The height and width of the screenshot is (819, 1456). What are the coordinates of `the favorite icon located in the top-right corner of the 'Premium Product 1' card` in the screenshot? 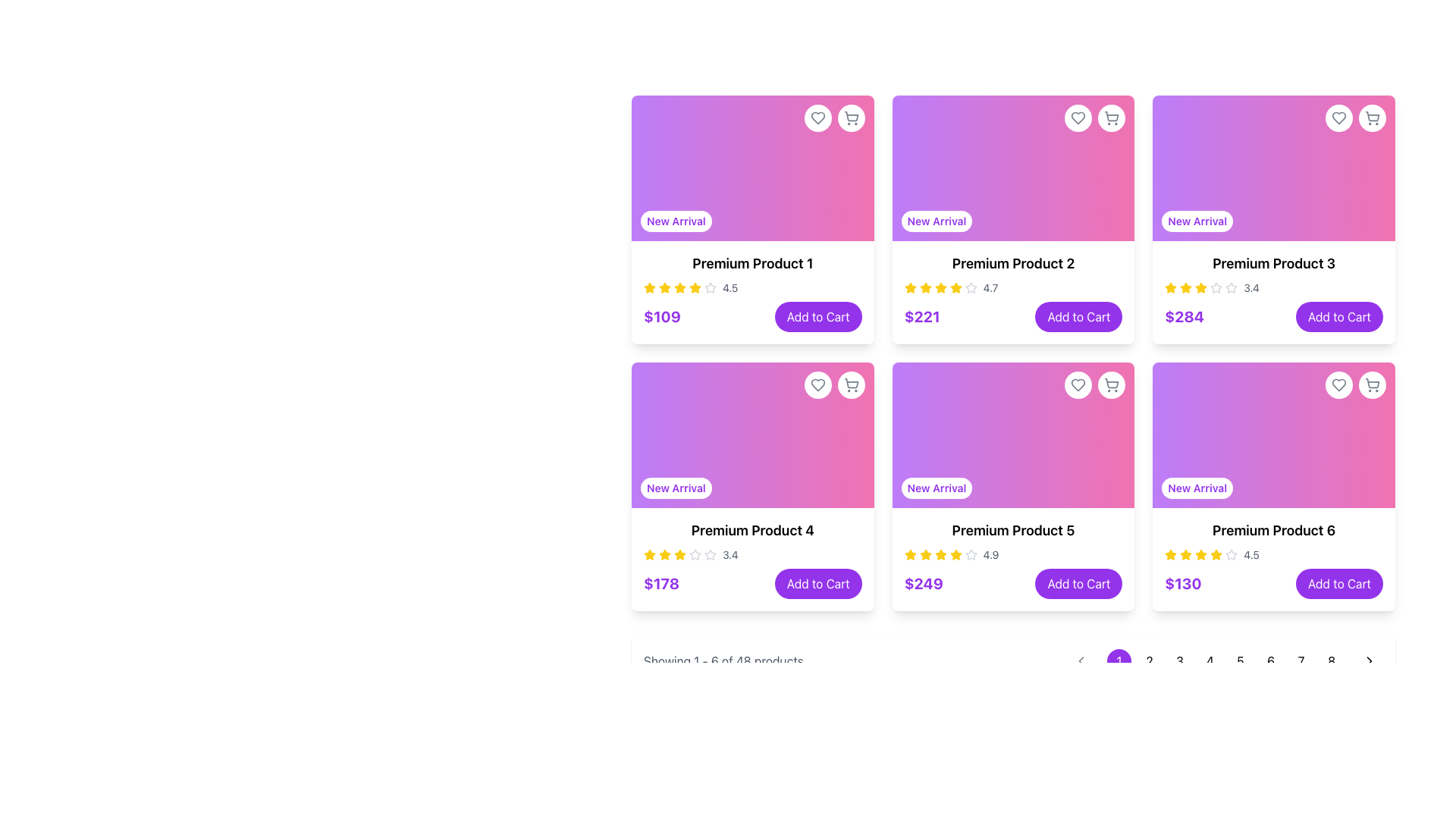 It's located at (817, 117).